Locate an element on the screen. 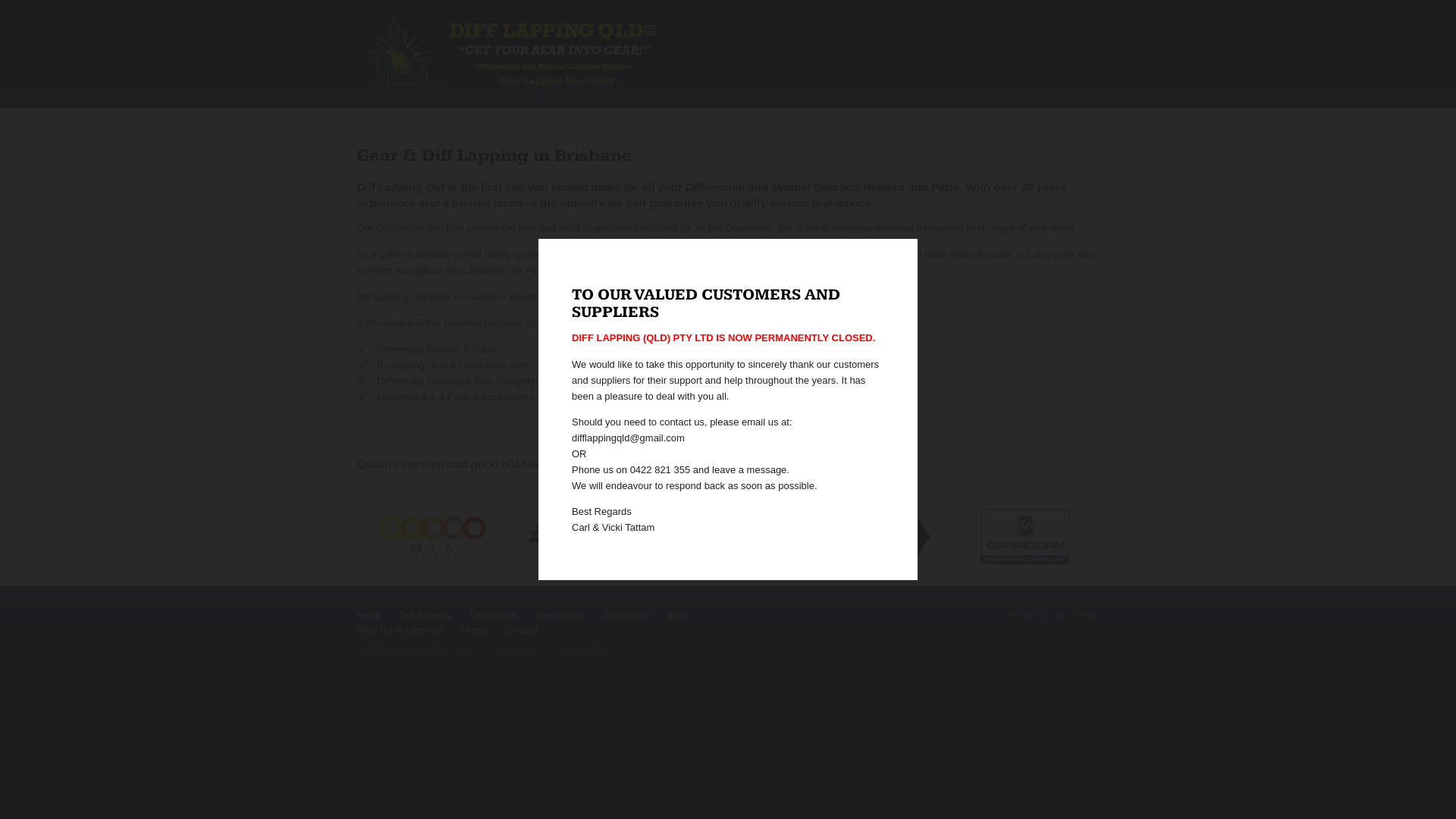 The image size is (1456, 819). 'Home' is located at coordinates (368, 616).